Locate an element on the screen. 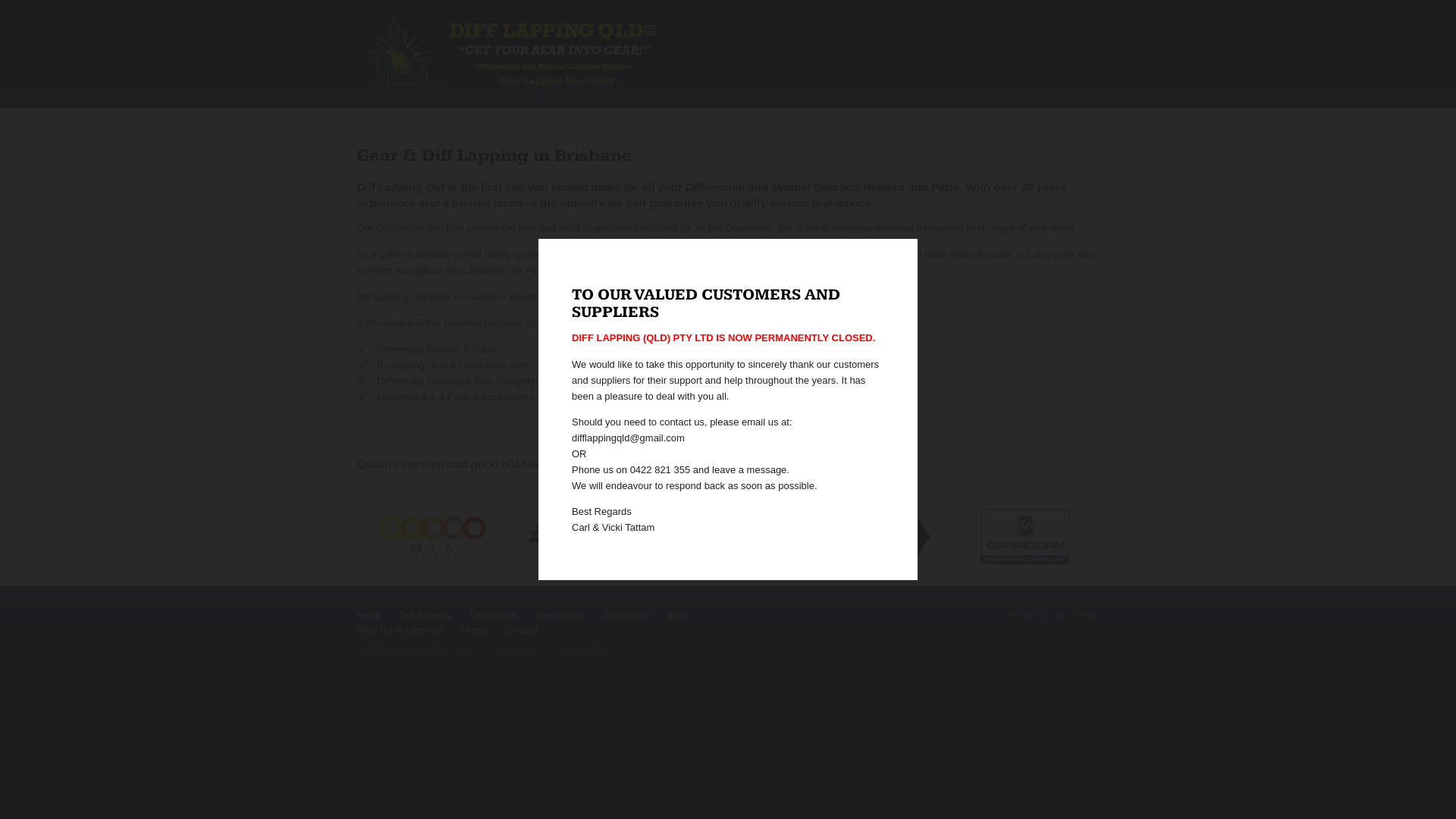 The image size is (1456, 819). 'Home' is located at coordinates (368, 616).